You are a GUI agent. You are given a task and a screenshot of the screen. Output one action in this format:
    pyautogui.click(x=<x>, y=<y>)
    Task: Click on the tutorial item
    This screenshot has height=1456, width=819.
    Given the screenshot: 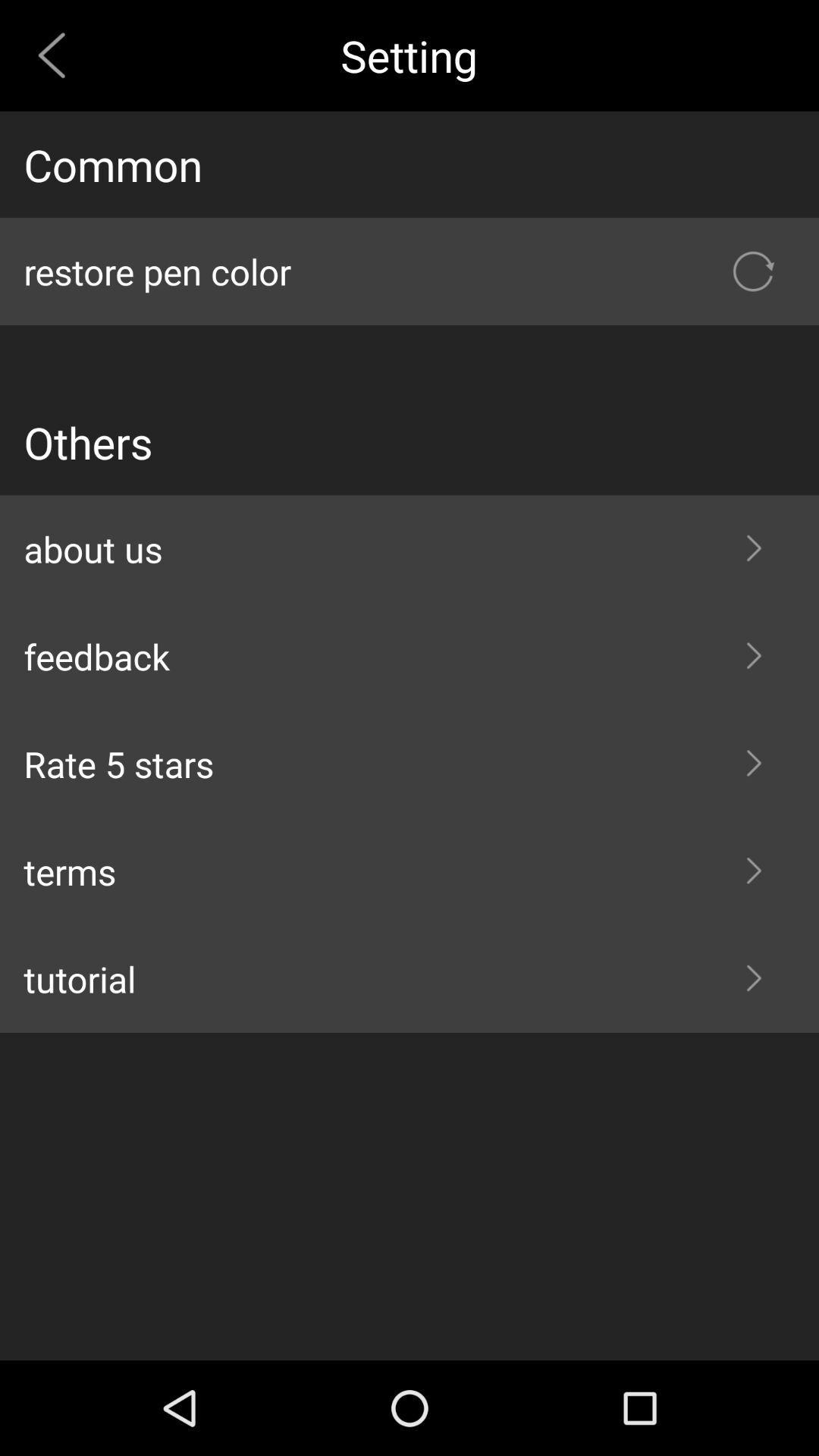 What is the action you would take?
    pyautogui.click(x=409, y=979)
    